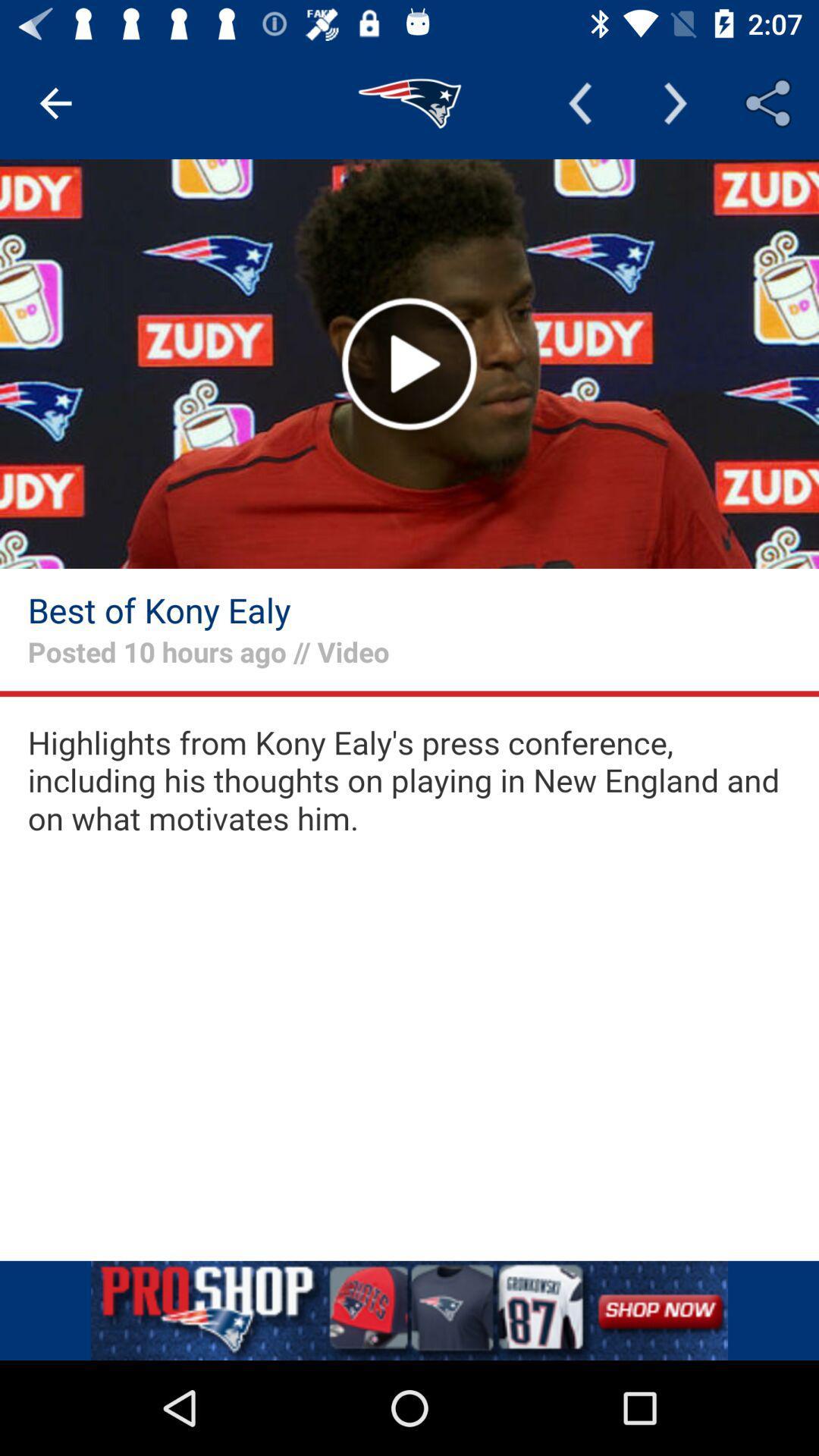 This screenshot has width=819, height=1456. Describe the element at coordinates (409, 1310) in the screenshot. I see `the pro shop` at that location.